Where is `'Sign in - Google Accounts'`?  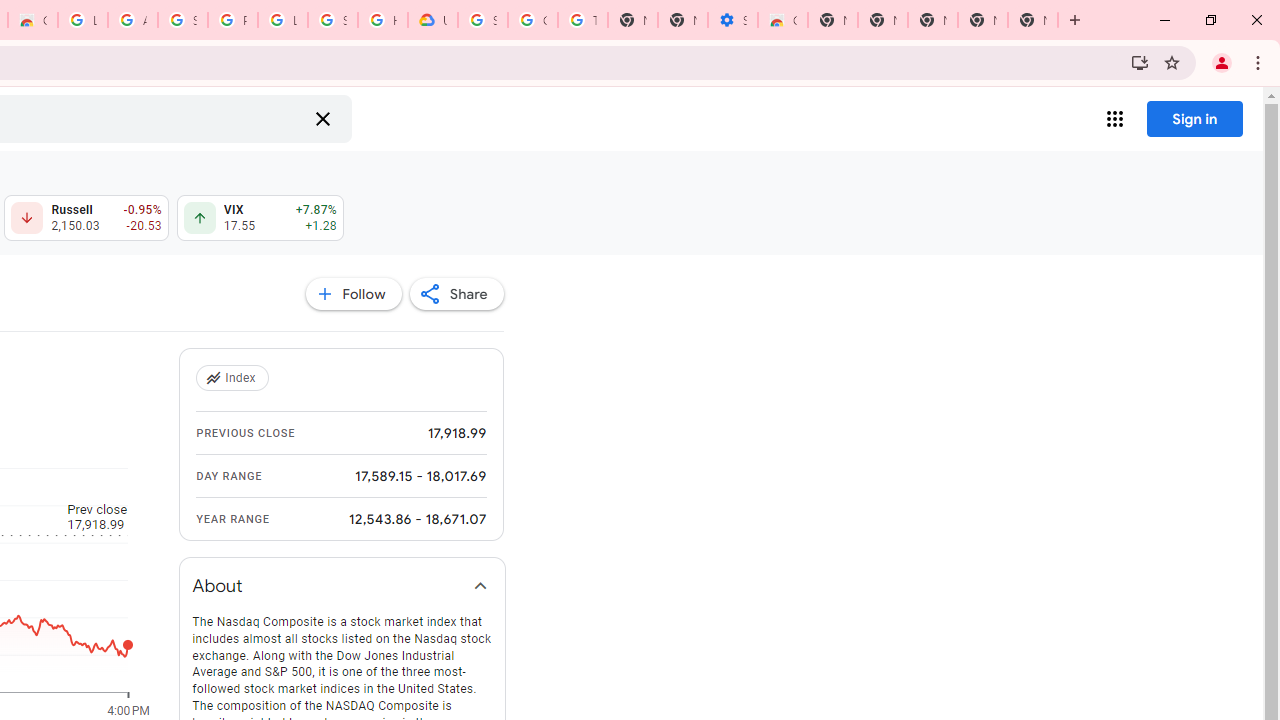
'Sign in - Google Accounts' is located at coordinates (333, 20).